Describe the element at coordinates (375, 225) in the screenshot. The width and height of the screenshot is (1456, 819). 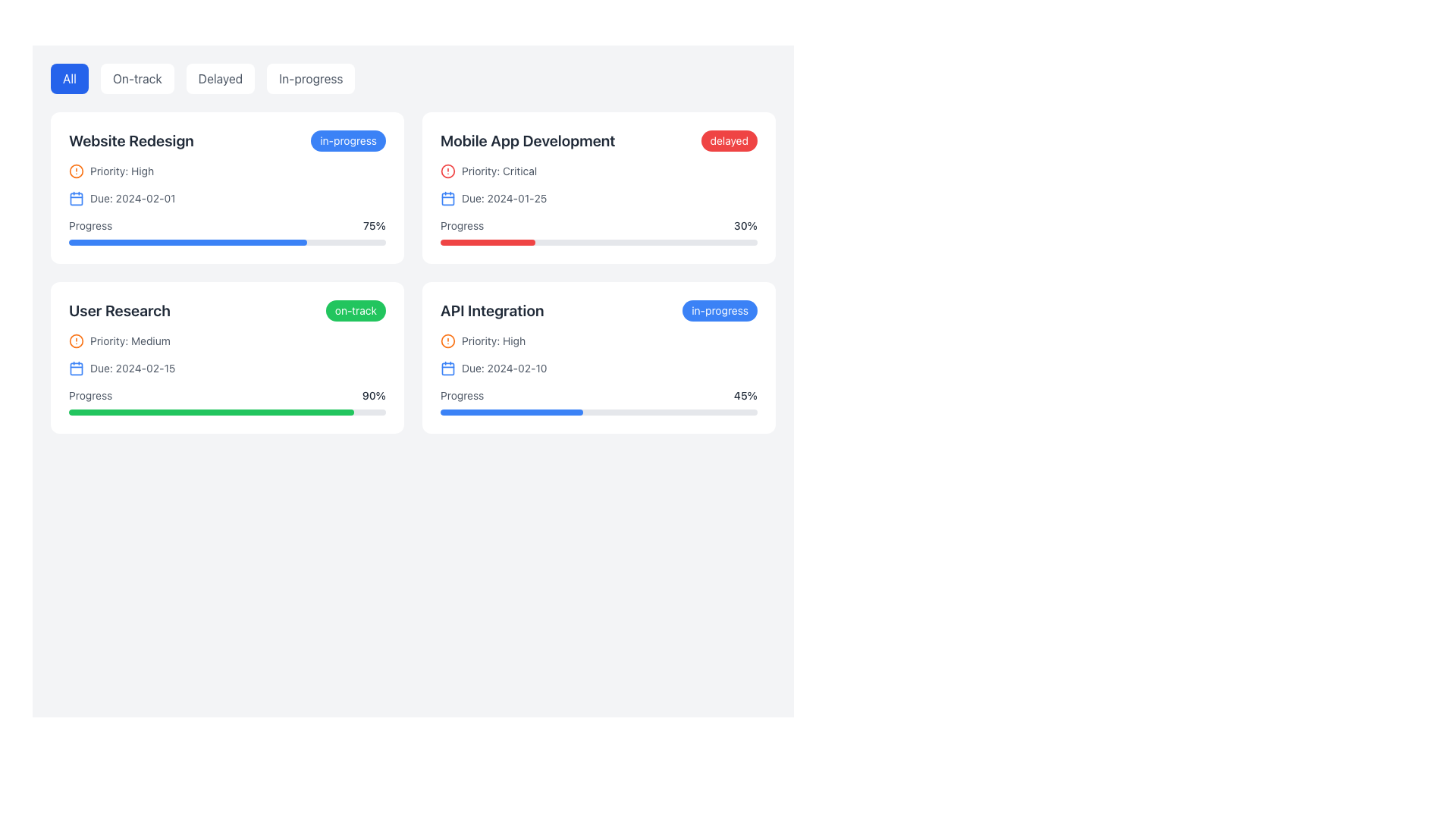
I see `the static text displaying '75%' located at the bottom-right corner of the 'Website Redesign' card, aligned horizontally with the 'Progress' label` at that location.